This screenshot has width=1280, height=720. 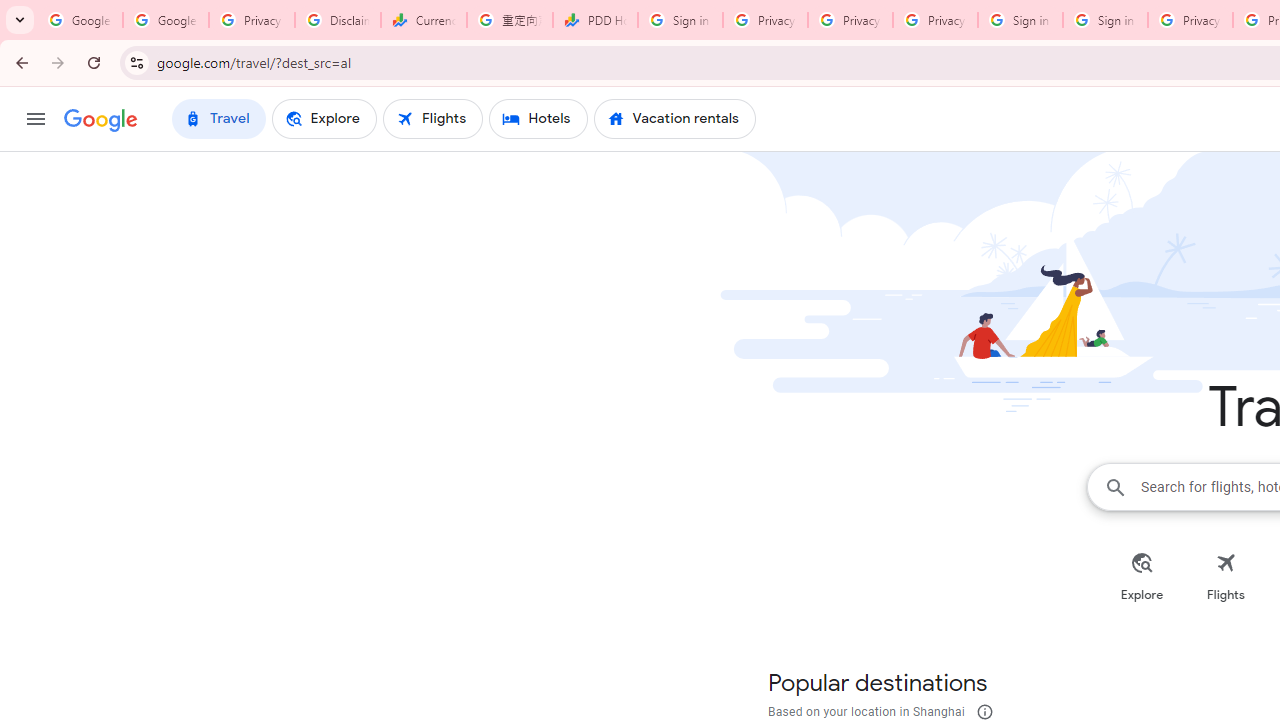 What do you see at coordinates (674, 119) in the screenshot?
I see `'Vacation rentals'` at bounding box center [674, 119].